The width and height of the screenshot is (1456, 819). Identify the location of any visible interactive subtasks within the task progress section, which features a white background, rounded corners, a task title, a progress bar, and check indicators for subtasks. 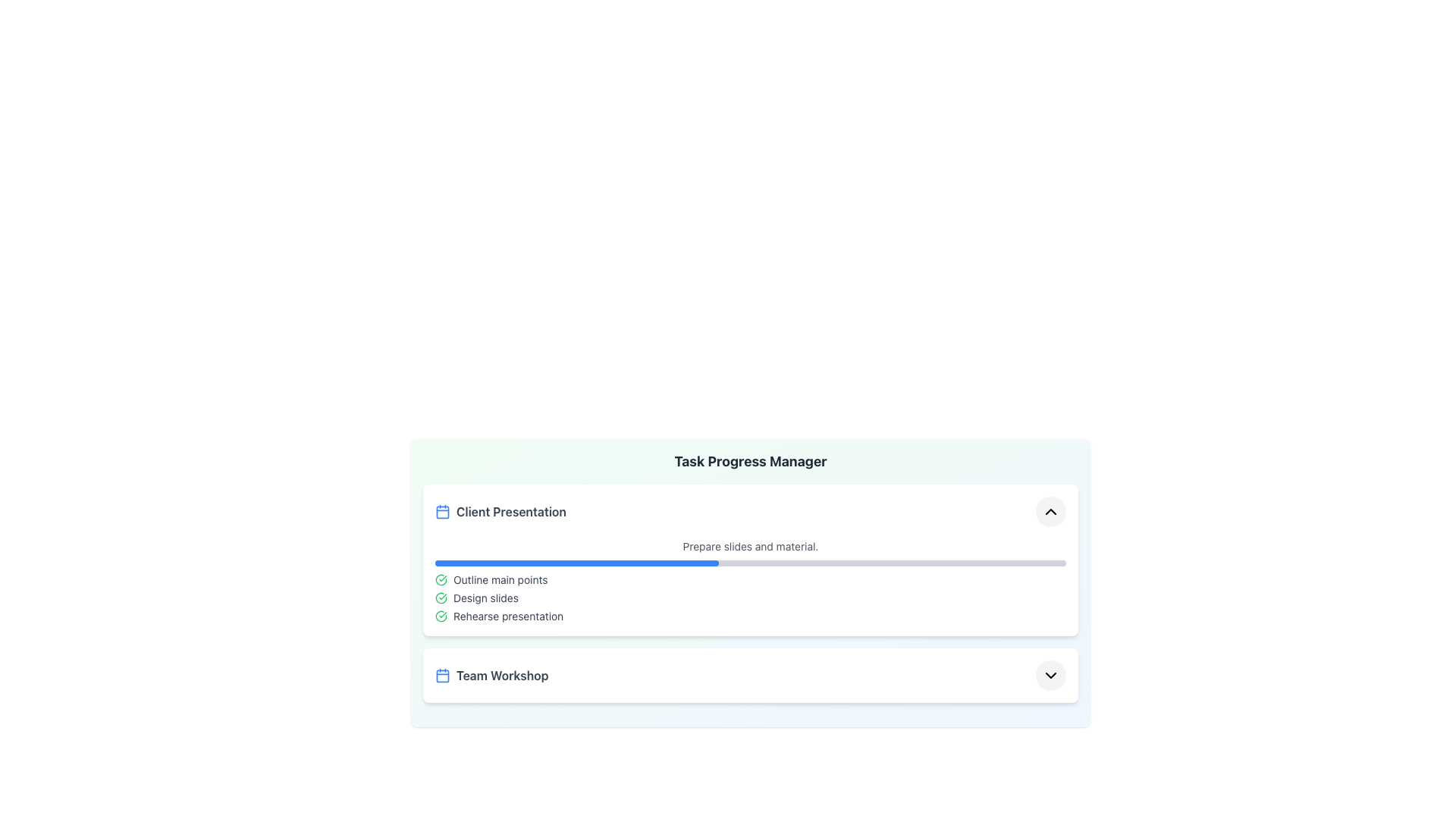
(750, 560).